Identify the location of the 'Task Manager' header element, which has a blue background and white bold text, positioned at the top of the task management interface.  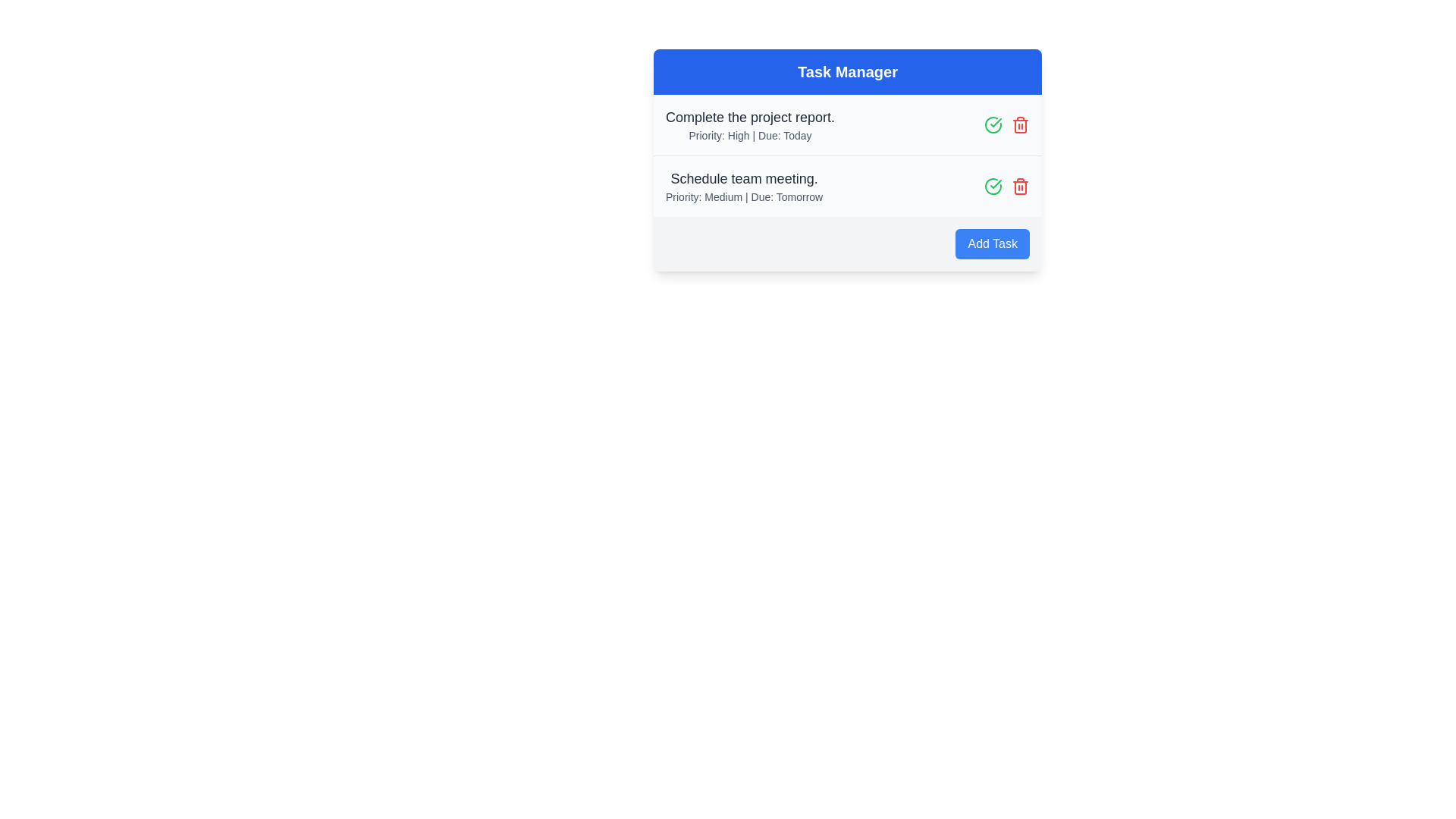
(847, 72).